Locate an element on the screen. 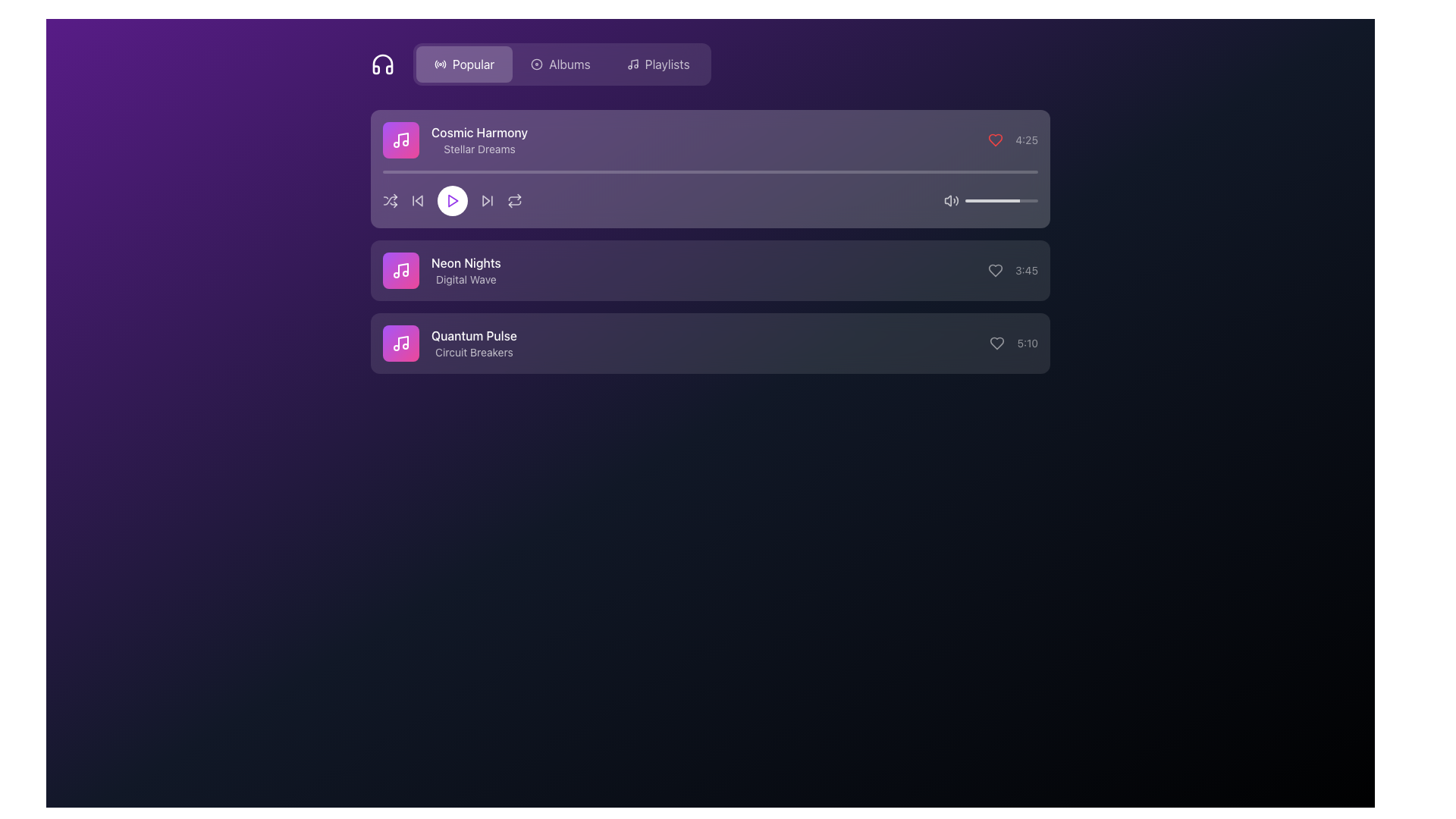  the third Interactive List Item in the music playlist interface, labeled 'Quantum Pulse' by 'Circuit Breakers' is located at coordinates (709, 343).